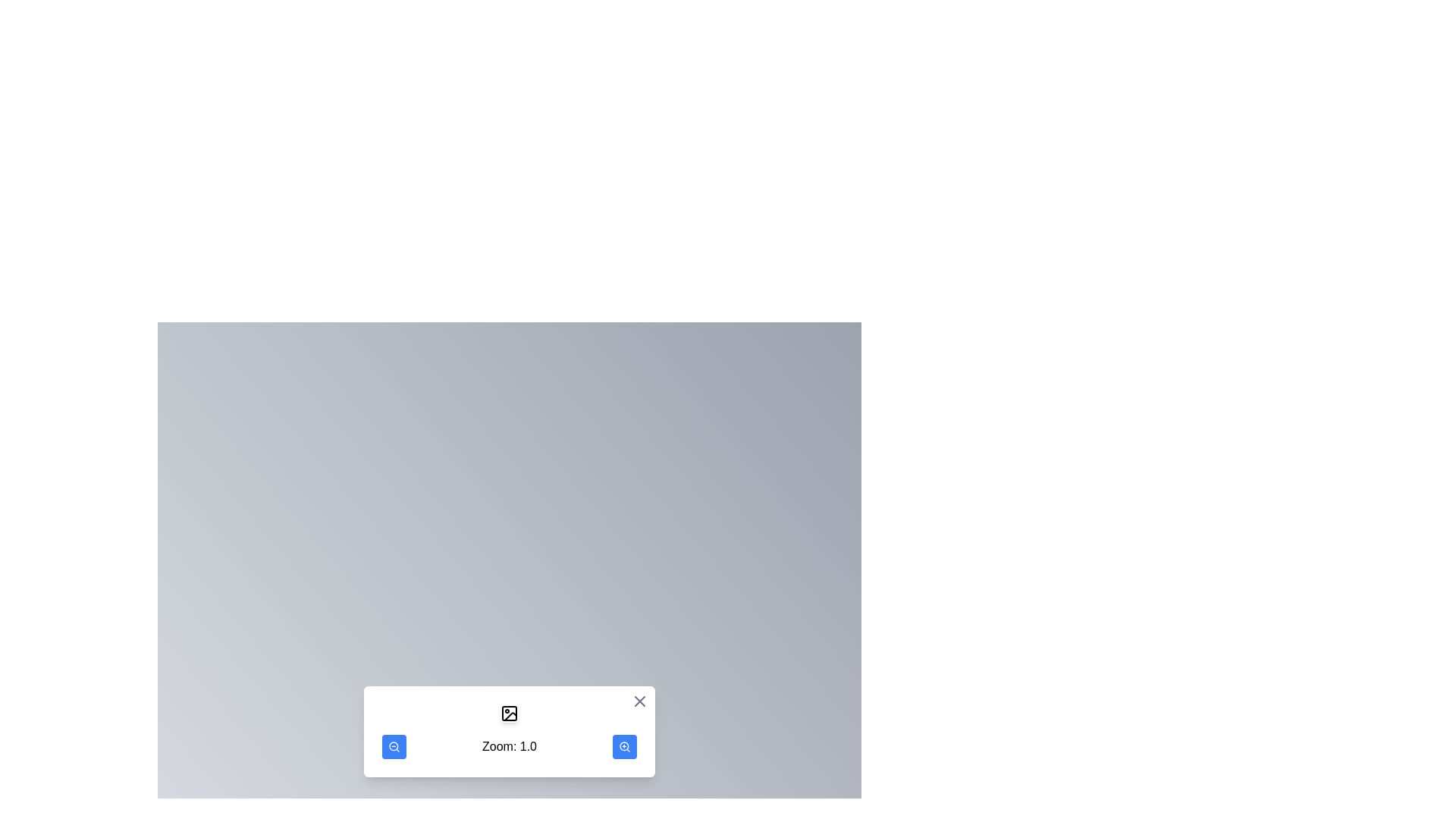 This screenshot has width=1456, height=819. Describe the element at coordinates (640, 701) in the screenshot. I see `the diagonal cross-line vector graphic element forming part of the icon located in the top-right corner of the toolbar` at that location.